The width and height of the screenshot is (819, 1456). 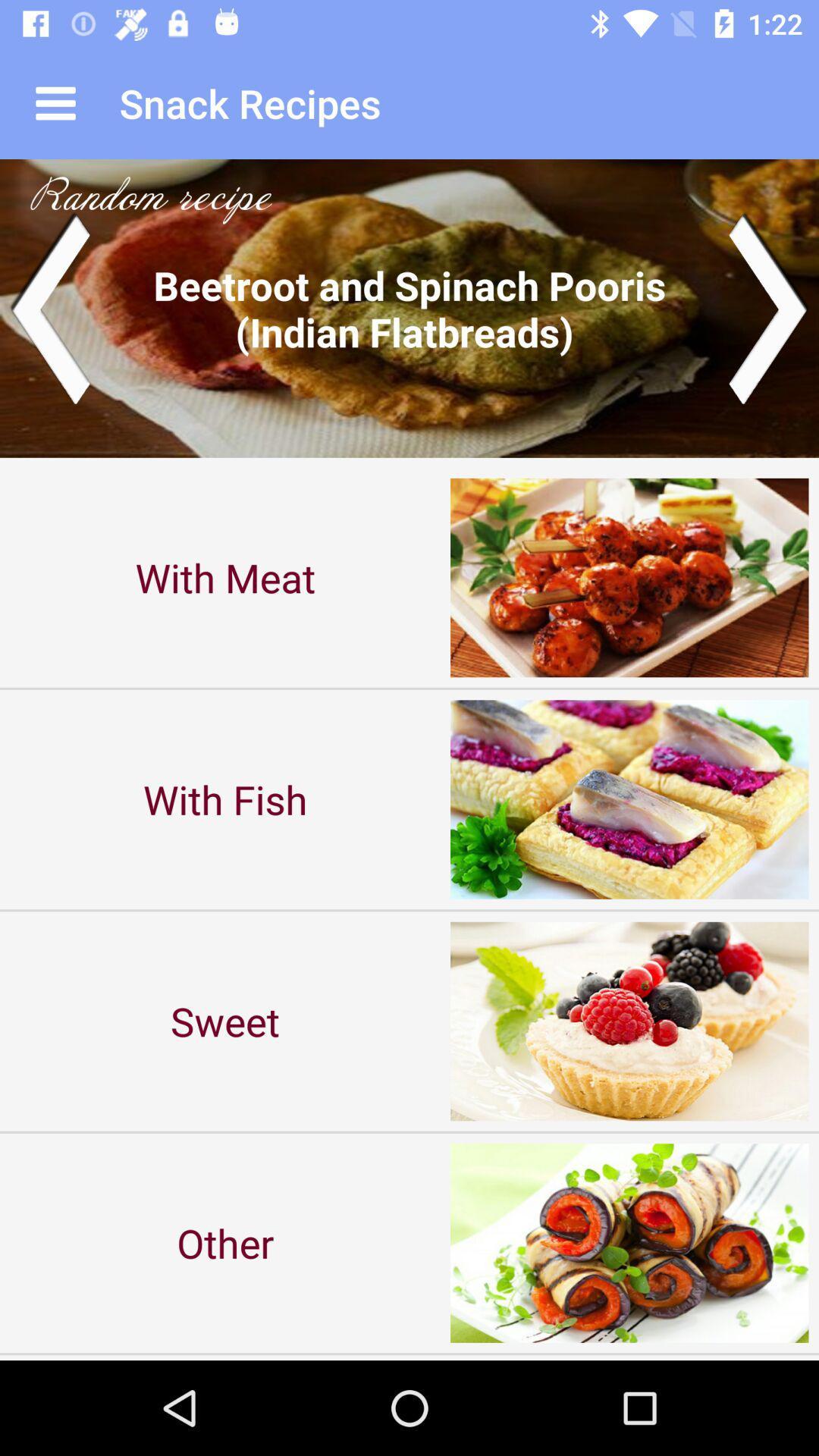 What do you see at coordinates (225, 799) in the screenshot?
I see `the with fish item` at bounding box center [225, 799].